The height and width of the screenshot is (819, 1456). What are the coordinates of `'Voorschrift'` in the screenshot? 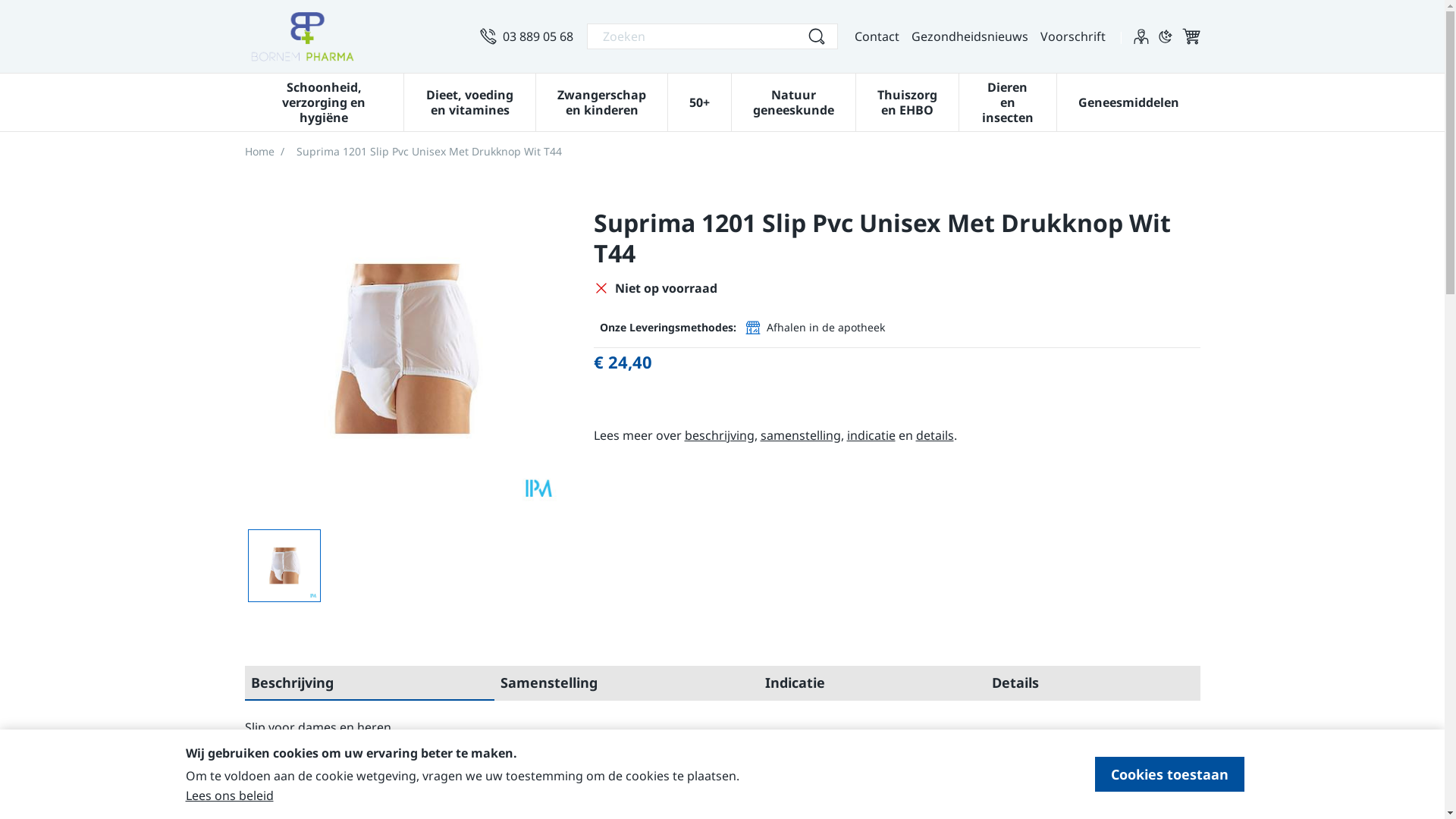 It's located at (1040, 35).